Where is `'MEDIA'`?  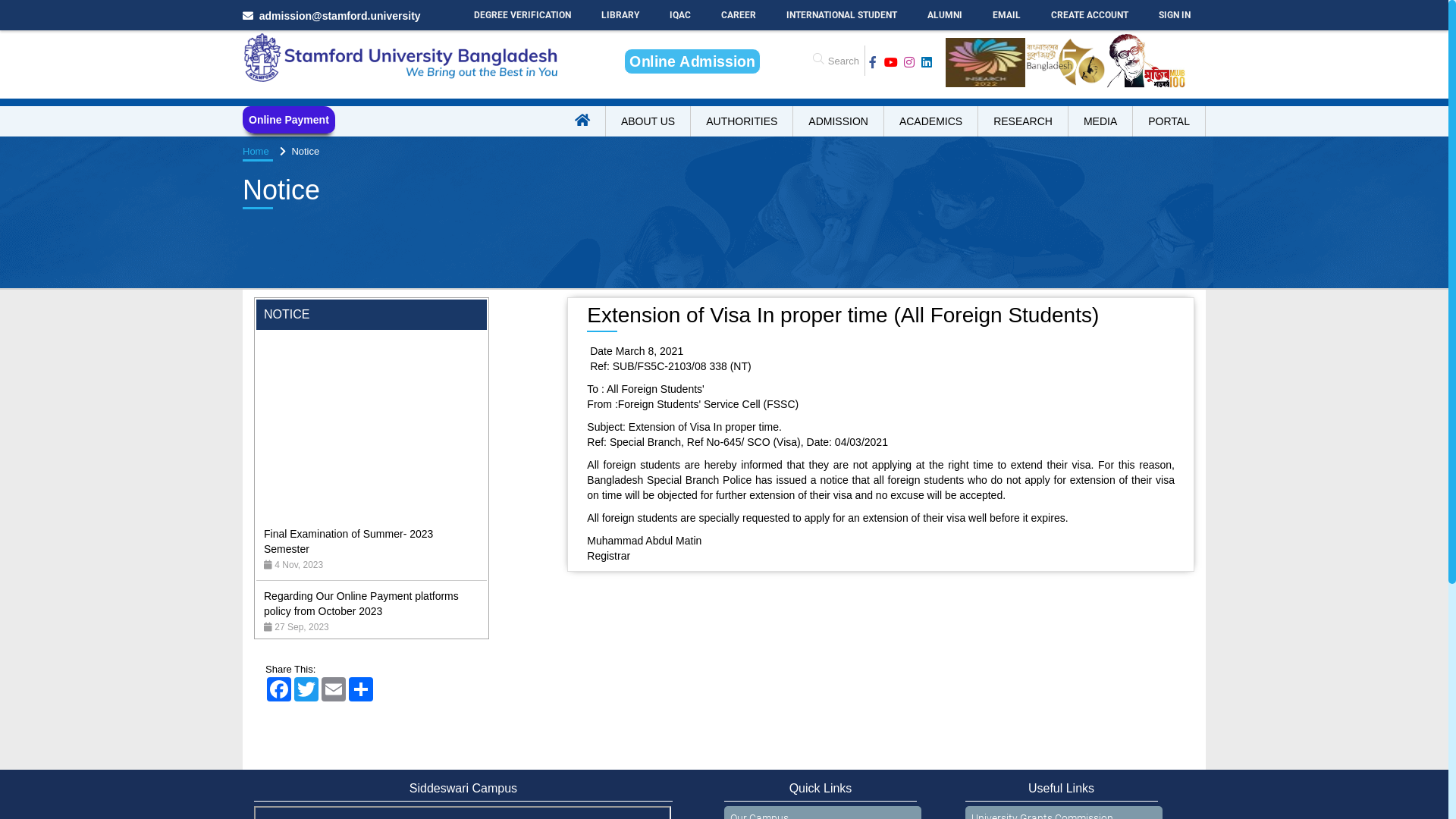
'MEDIA' is located at coordinates (1100, 120).